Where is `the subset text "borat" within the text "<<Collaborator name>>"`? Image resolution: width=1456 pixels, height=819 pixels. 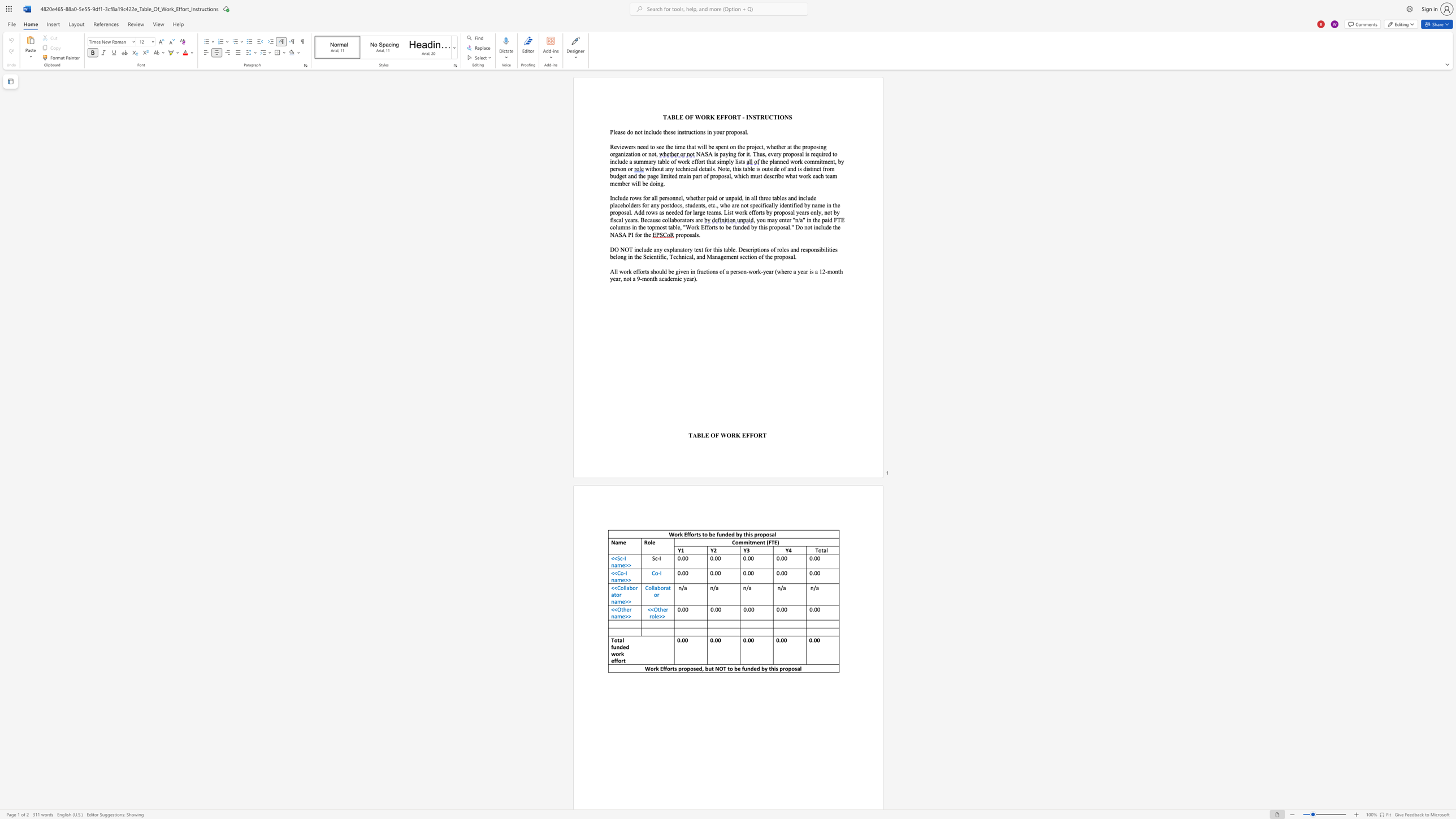 the subset text "borat" within the text "<<Collaborator name>>" is located at coordinates (630, 587).